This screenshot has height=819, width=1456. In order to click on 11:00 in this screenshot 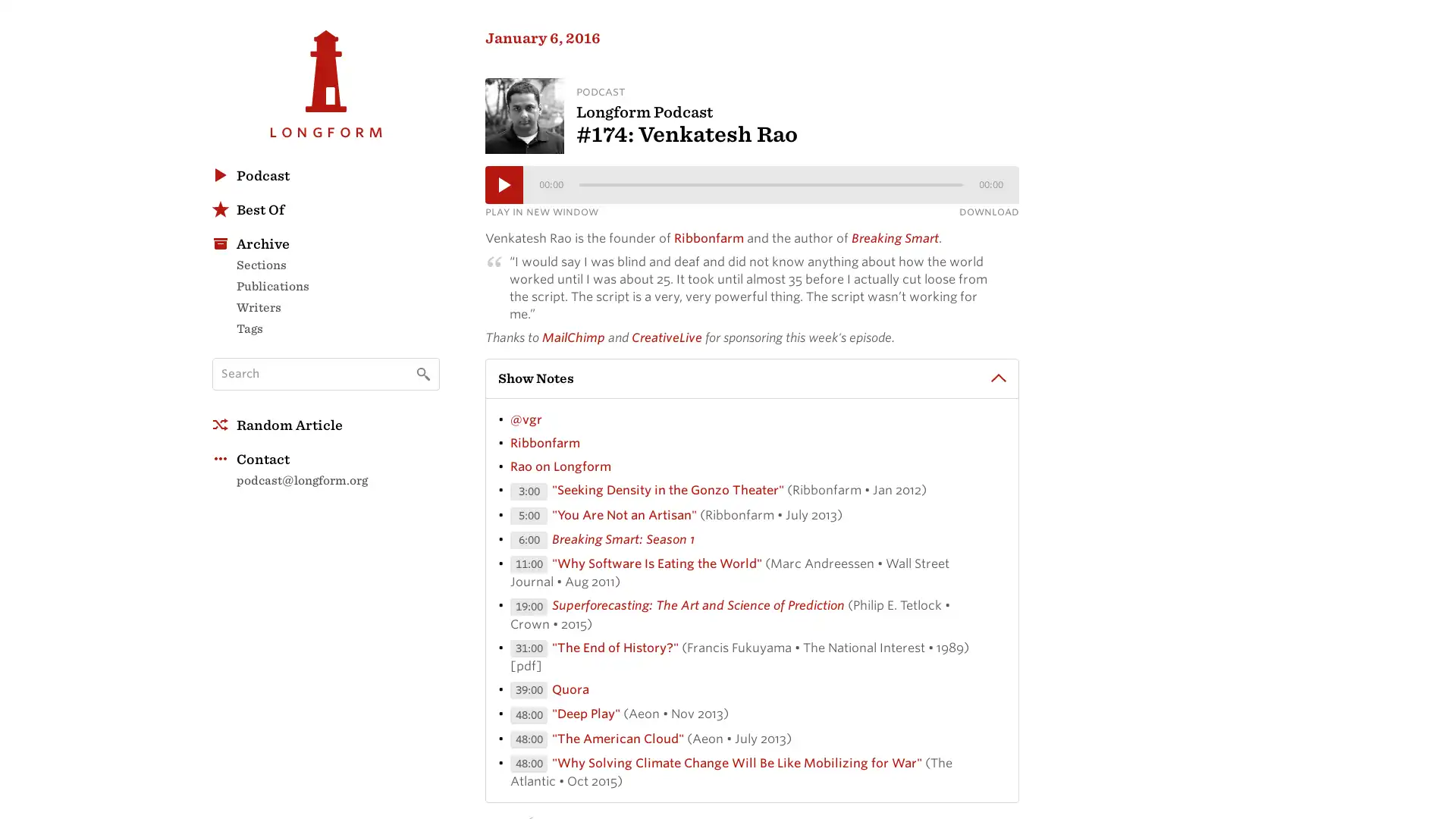, I will do `click(529, 568)`.